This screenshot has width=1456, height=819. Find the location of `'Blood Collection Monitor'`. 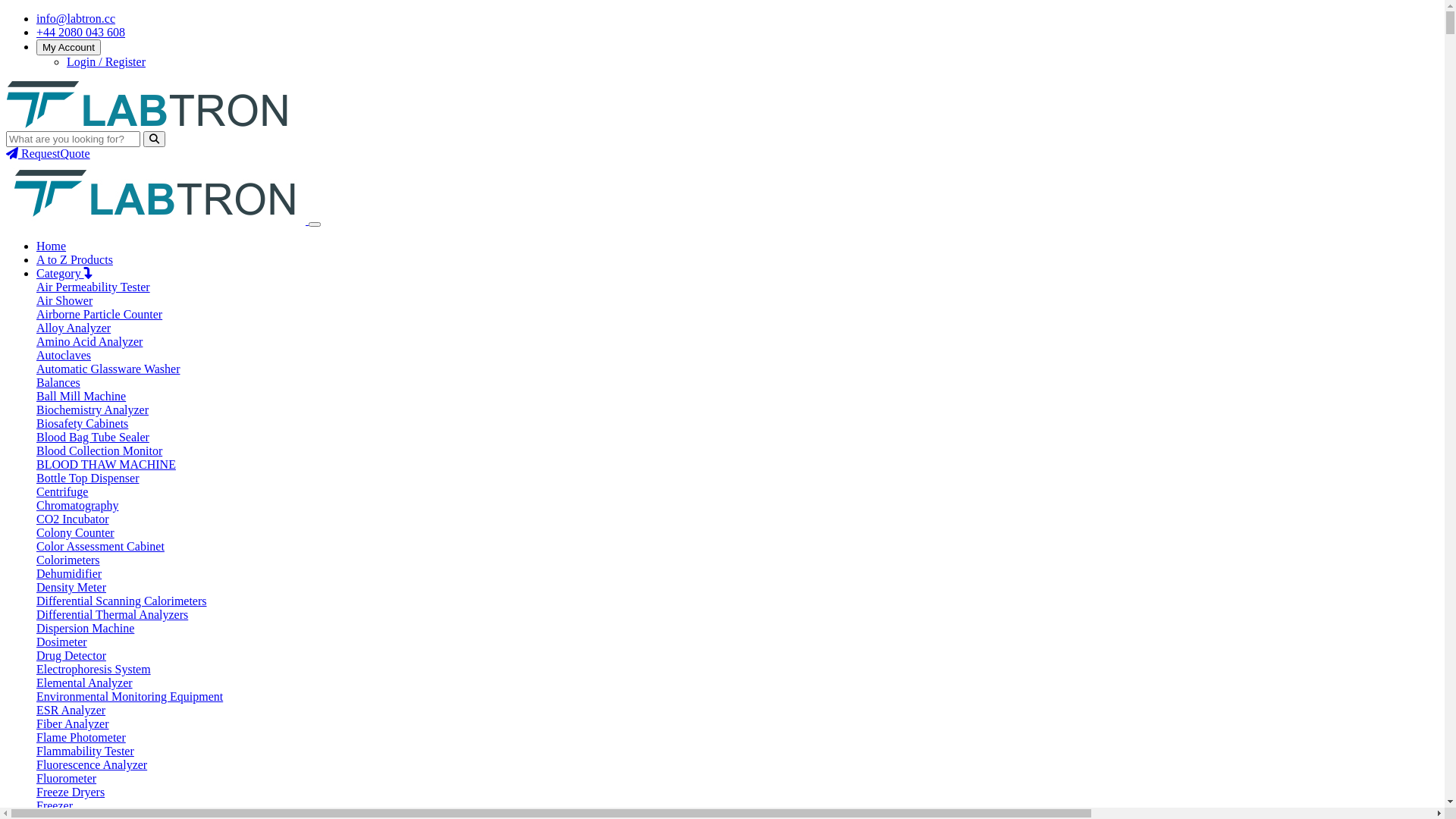

'Blood Collection Monitor' is located at coordinates (36, 450).